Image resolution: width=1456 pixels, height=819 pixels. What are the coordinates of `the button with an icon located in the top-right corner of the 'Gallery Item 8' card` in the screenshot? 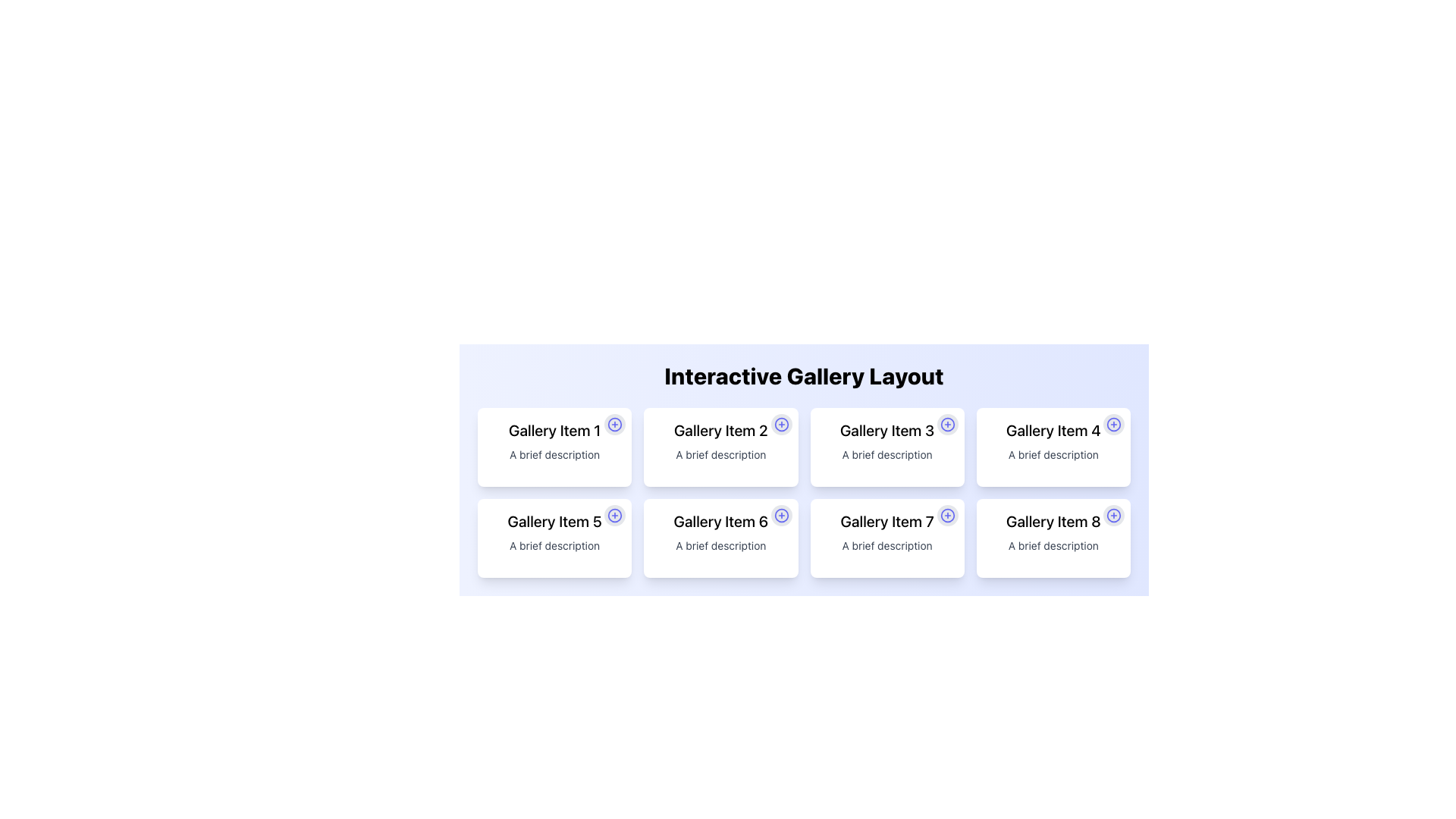 It's located at (1113, 514).